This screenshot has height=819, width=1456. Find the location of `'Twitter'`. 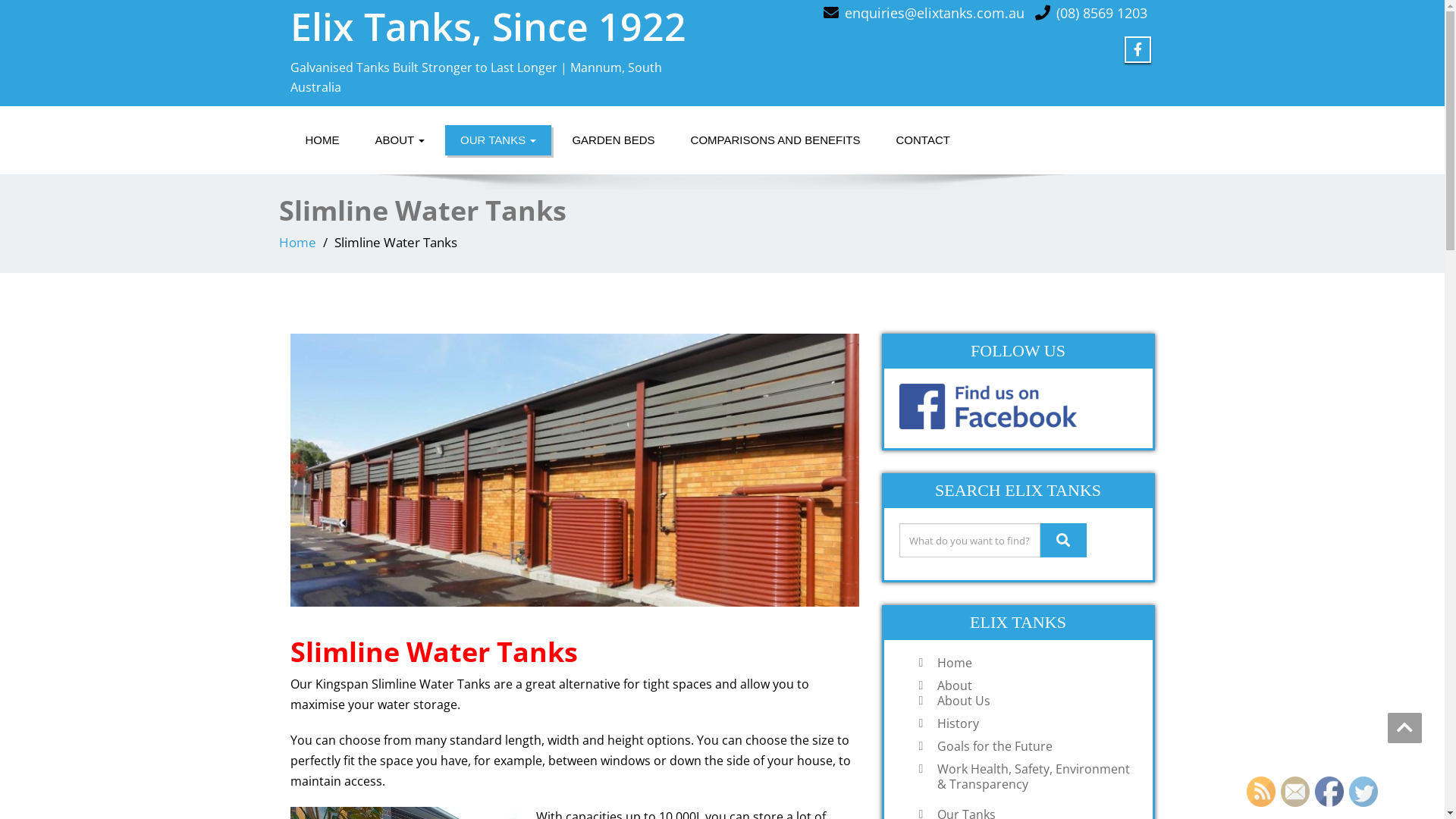

'Twitter' is located at coordinates (1363, 791).